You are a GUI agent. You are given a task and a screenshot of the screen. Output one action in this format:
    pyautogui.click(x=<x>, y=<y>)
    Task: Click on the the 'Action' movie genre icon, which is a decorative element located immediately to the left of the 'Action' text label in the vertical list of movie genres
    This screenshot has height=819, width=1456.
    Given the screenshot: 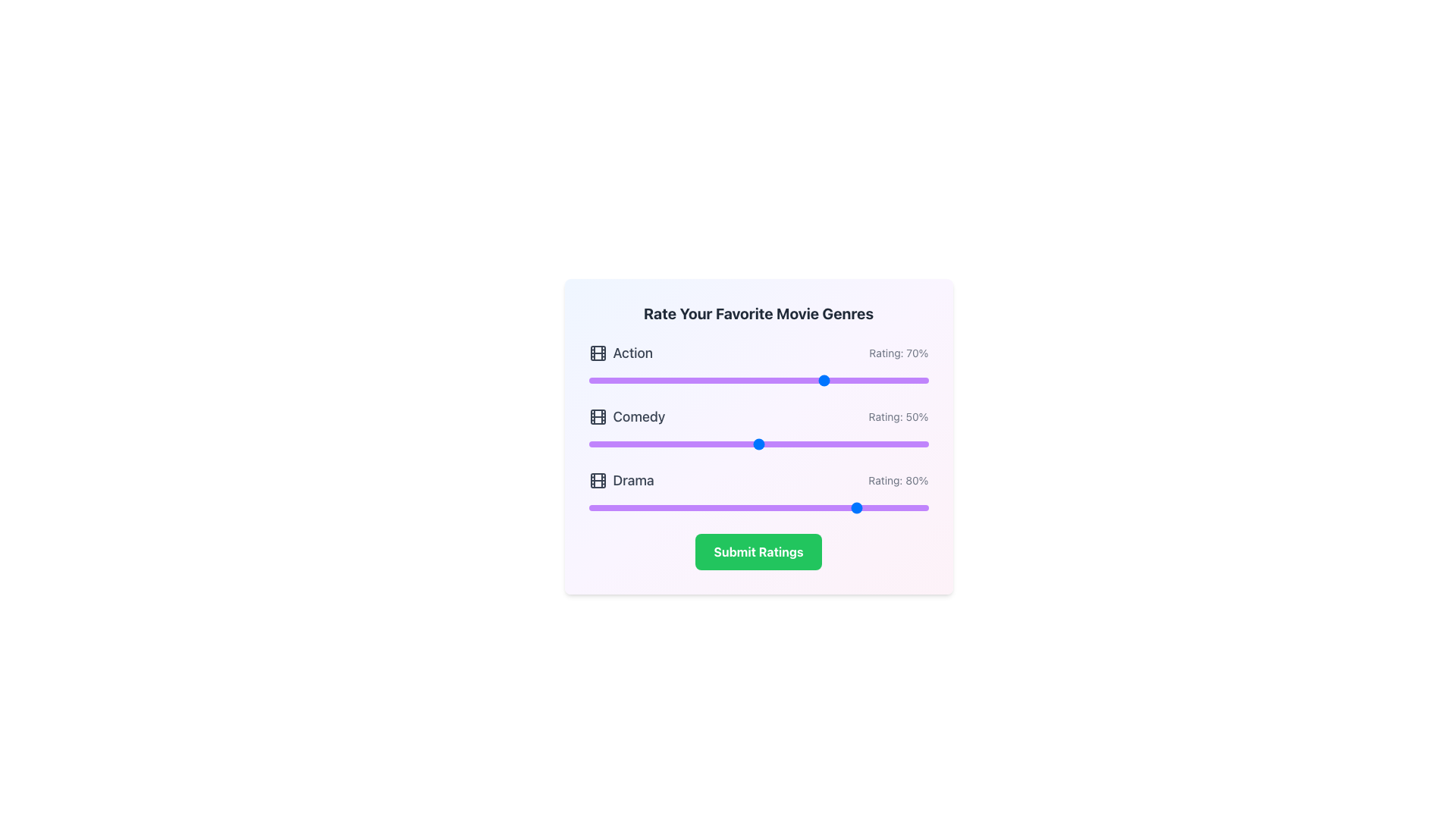 What is the action you would take?
    pyautogui.click(x=597, y=353)
    